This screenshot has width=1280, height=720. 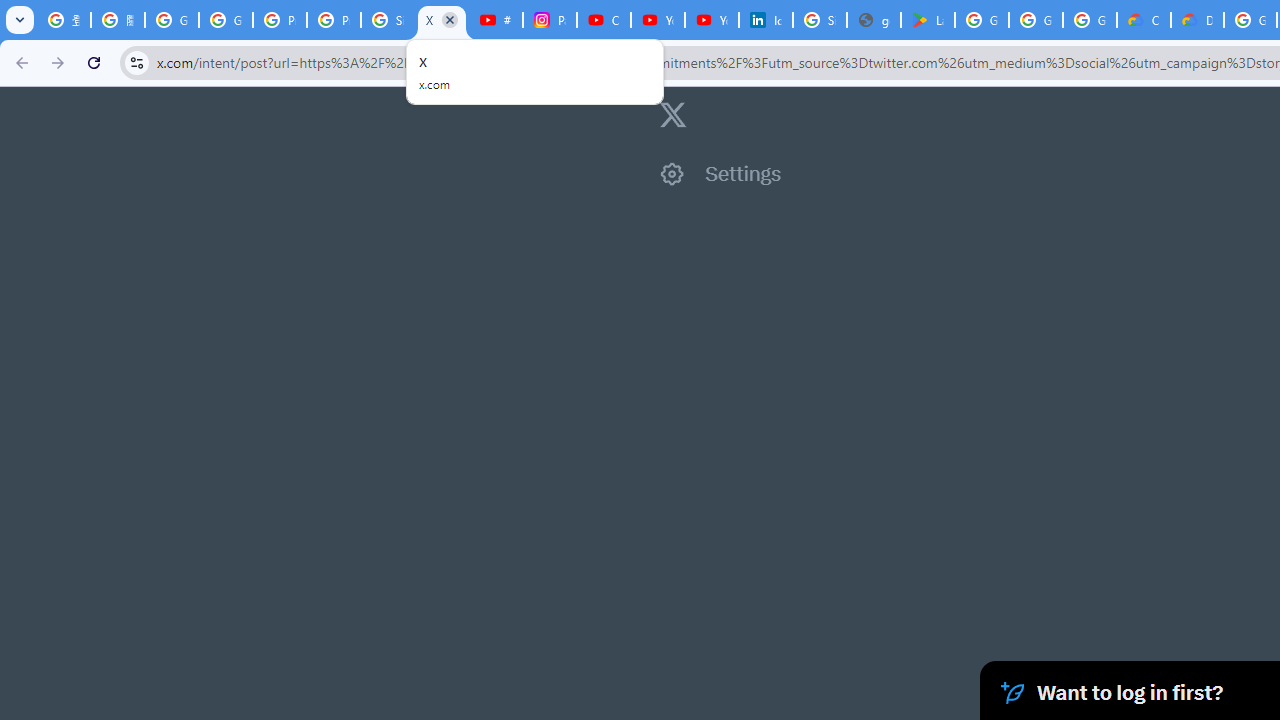 I want to click on 'YouTube Culture & Trends - YouTube Top 10, 2021', so click(x=711, y=20).